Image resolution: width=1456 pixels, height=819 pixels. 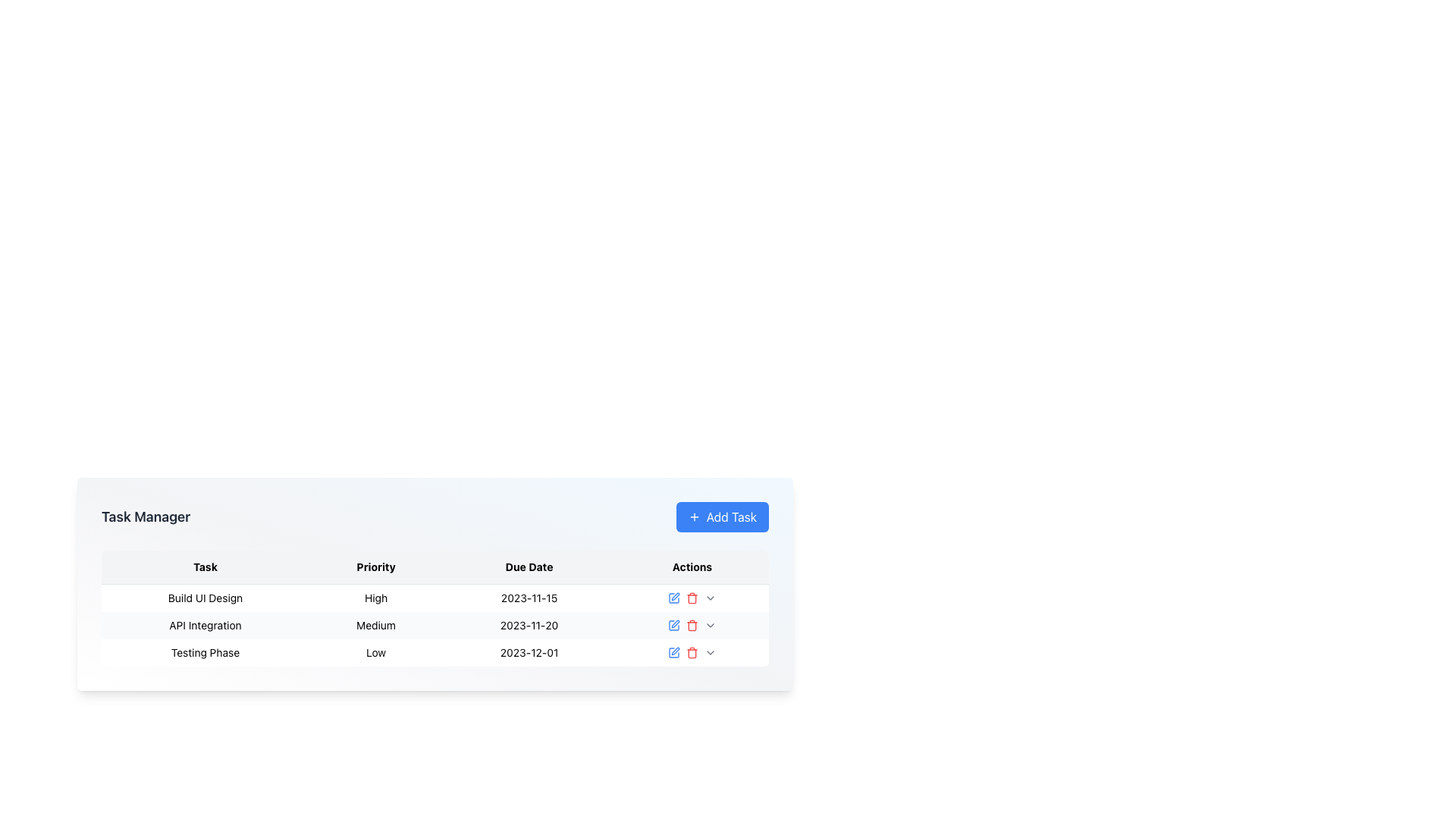 I want to click on the downward-facing chevron icon located in the 'Actions' column of the table below the 'Task Manager' heading, so click(x=710, y=598).